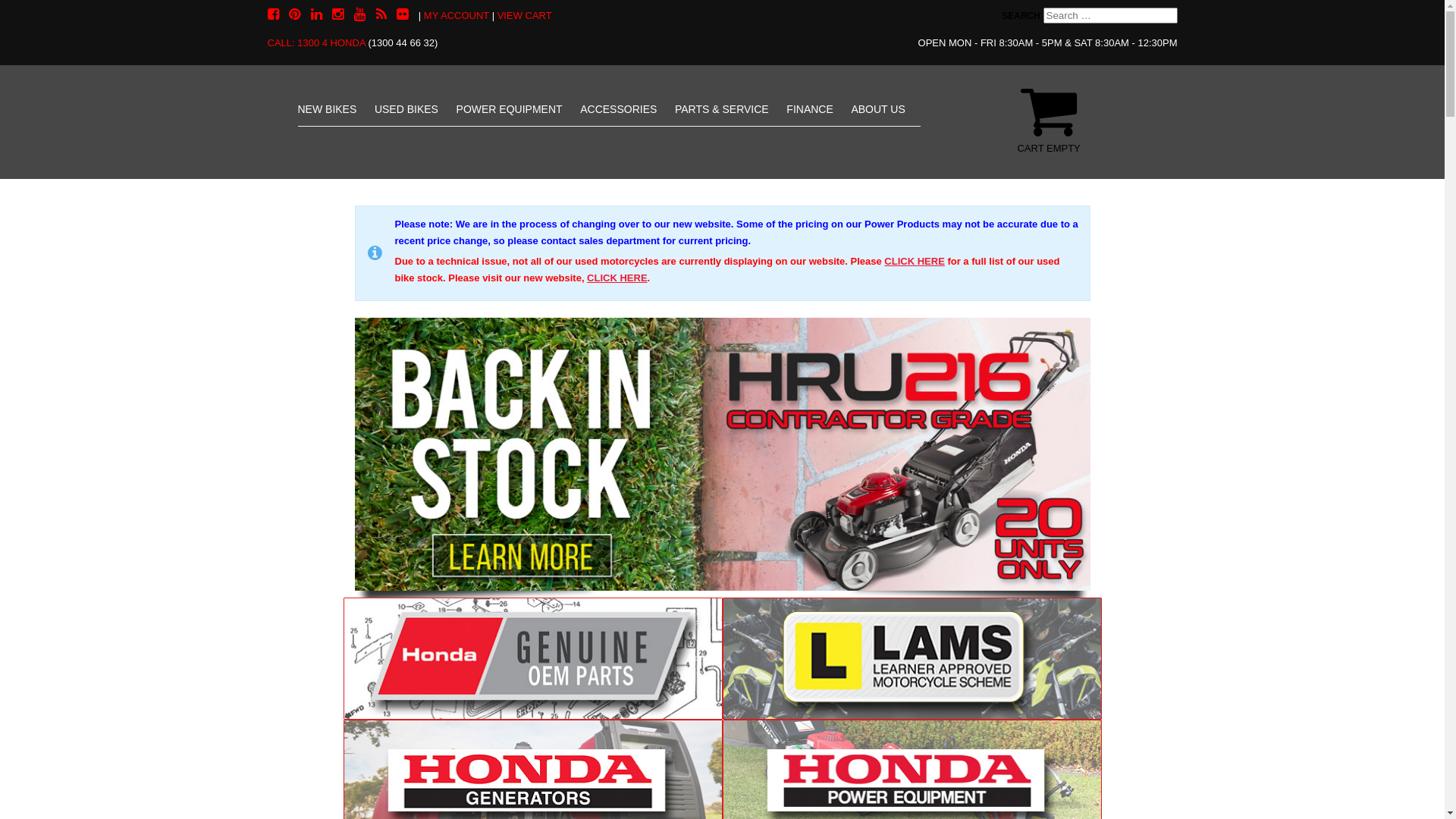 The image size is (1456, 819). I want to click on 'CLICK HERE', so click(913, 260).